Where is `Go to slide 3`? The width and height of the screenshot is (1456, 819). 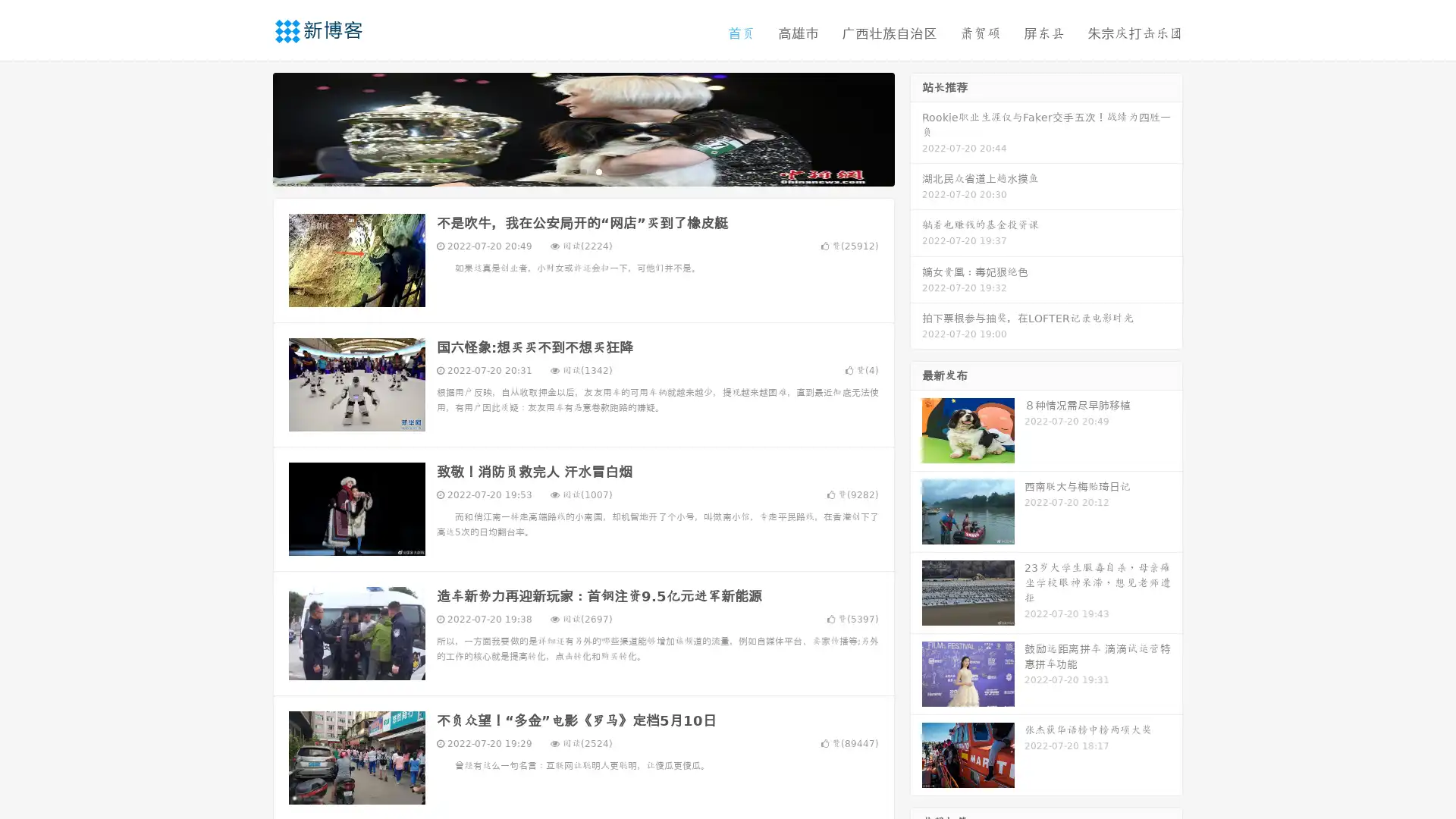
Go to slide 3 is located at coordinates (598, 171).